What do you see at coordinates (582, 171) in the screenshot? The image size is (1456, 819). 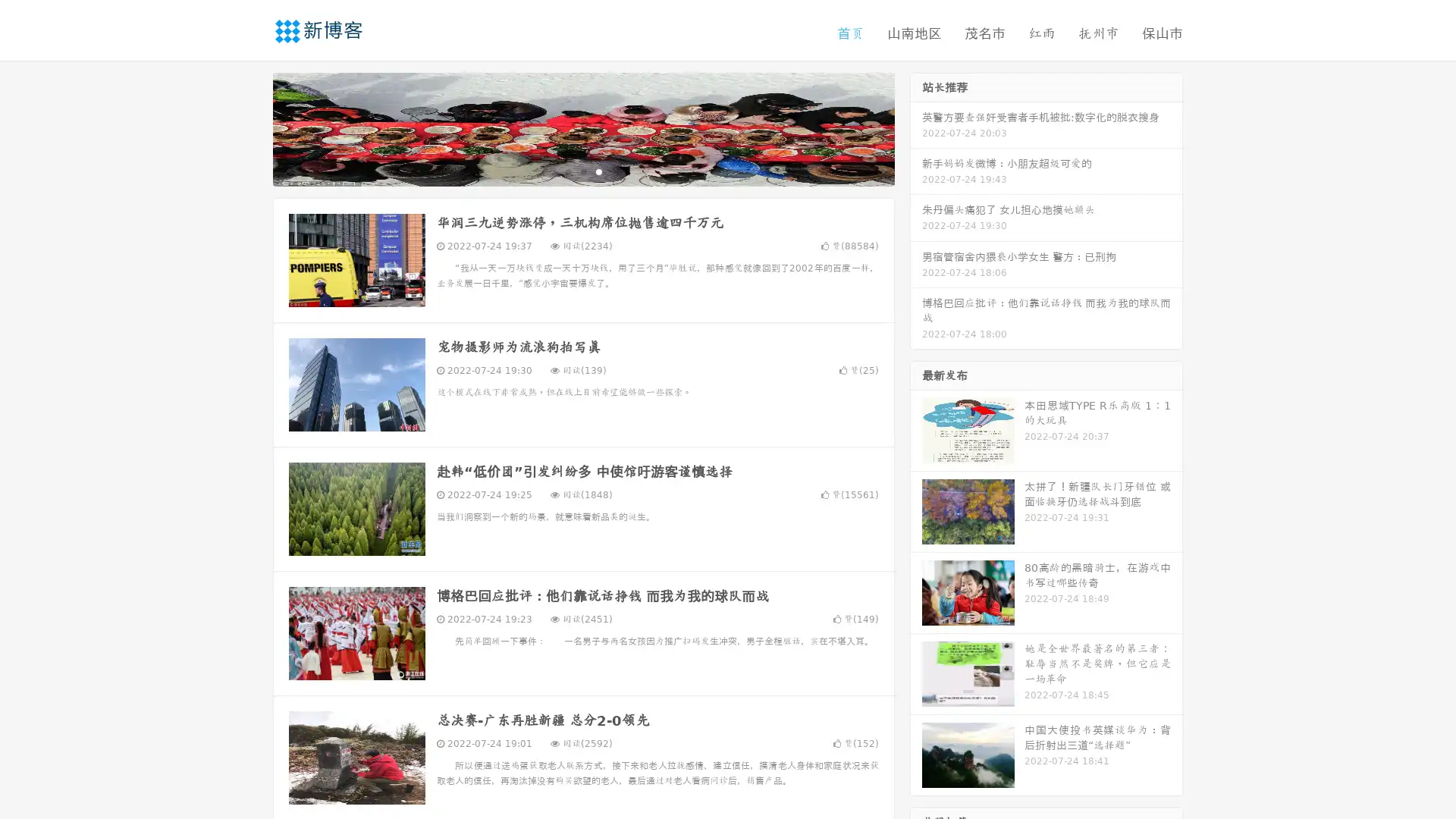 I see `Go to slide 2` at bounding box center [582, 171].